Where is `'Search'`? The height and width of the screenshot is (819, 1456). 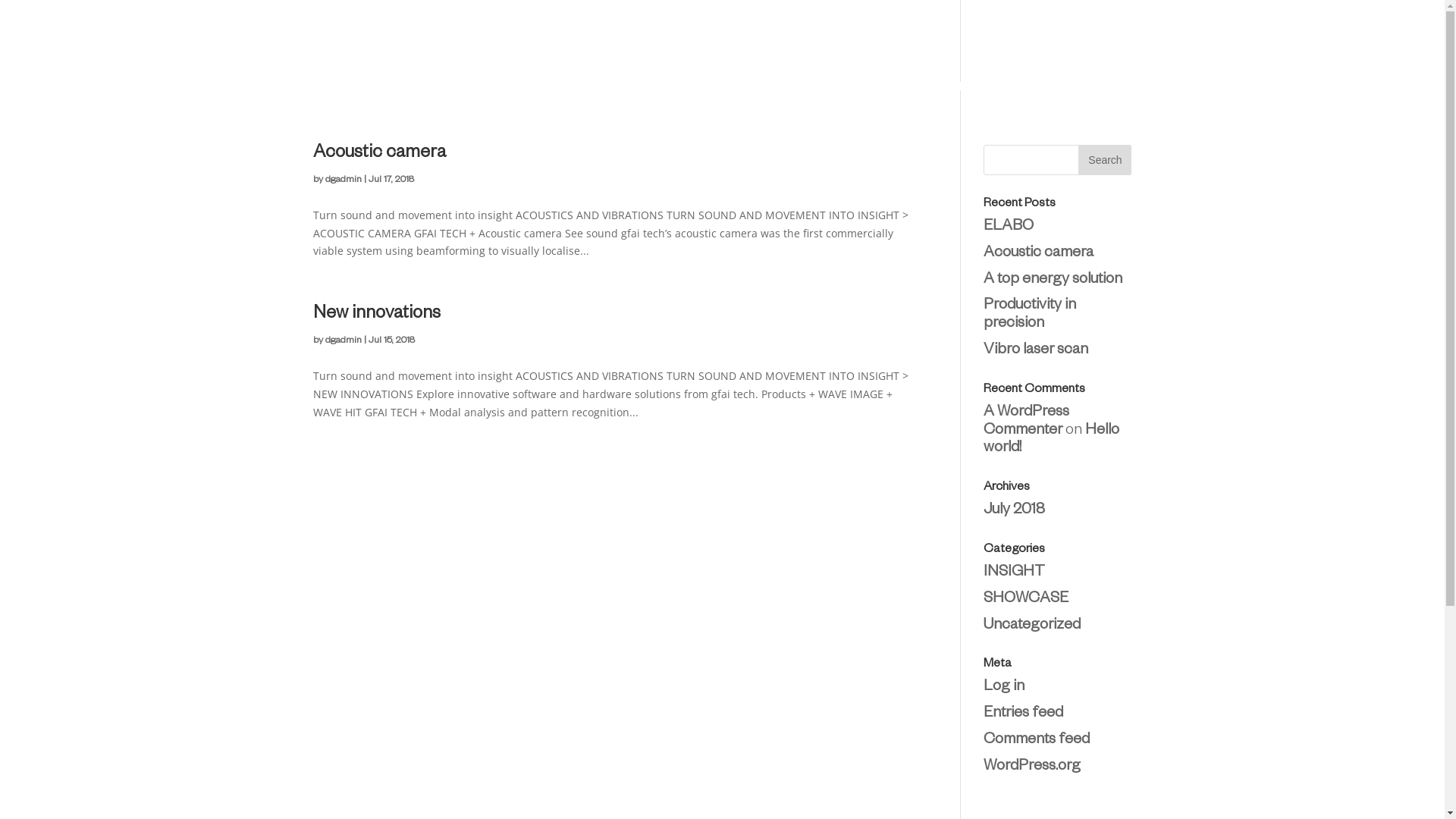 'Search' is located at coordinates (1077, 160).